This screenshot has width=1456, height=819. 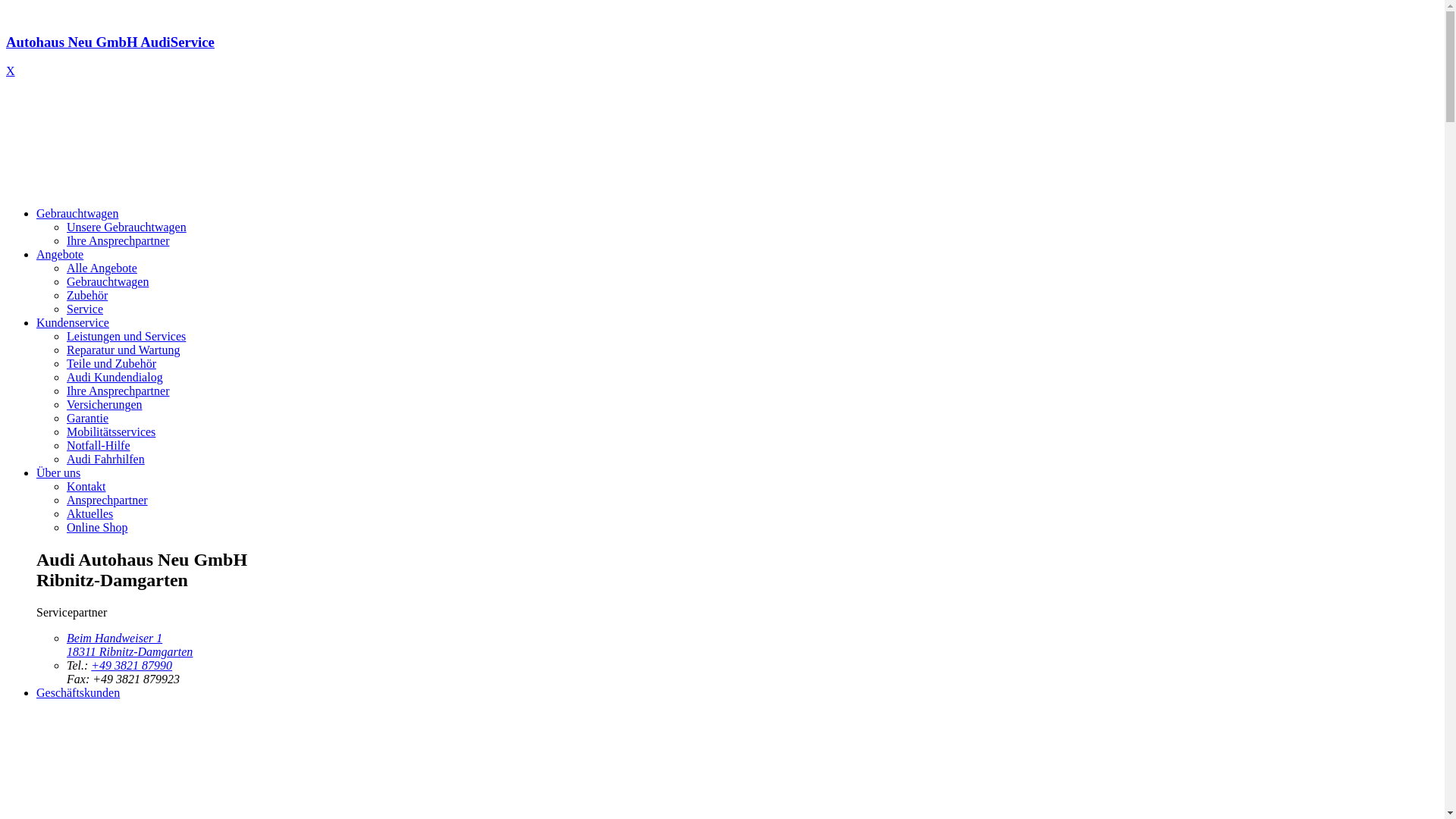 I want to click on 'Alle Angebote', so click(x=101, y=267).